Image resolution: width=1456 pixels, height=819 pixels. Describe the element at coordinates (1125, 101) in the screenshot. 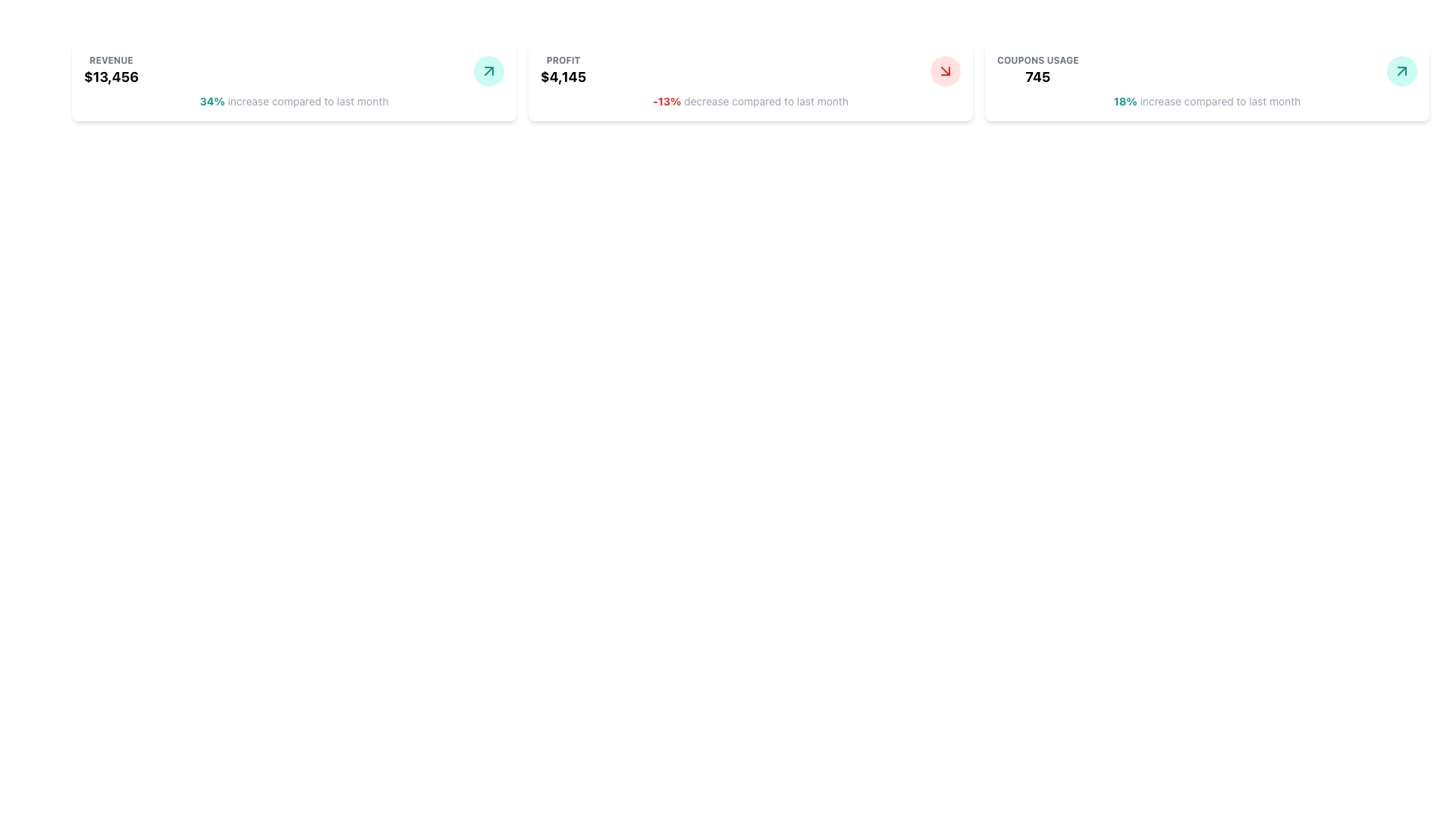

I see `value of the Text Label displaying an 18% increase within the 'Coupons Usage' card, located below the primary numeric information '745'` at that location.